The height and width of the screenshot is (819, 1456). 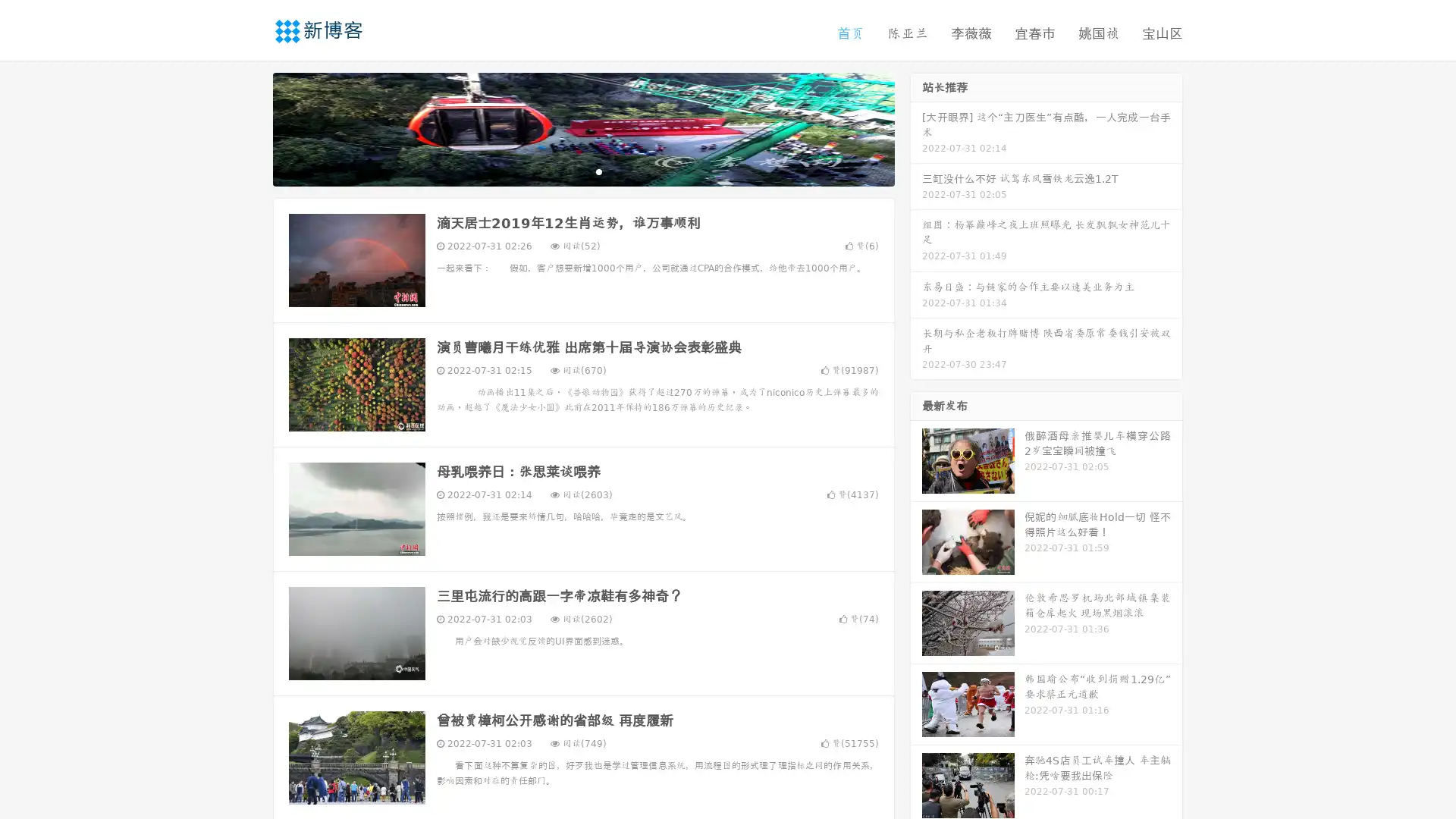 What do you see at coordinates (567, 171) in the screenshot?
I see `Go to slide 1` at bounding box center [567, 171].